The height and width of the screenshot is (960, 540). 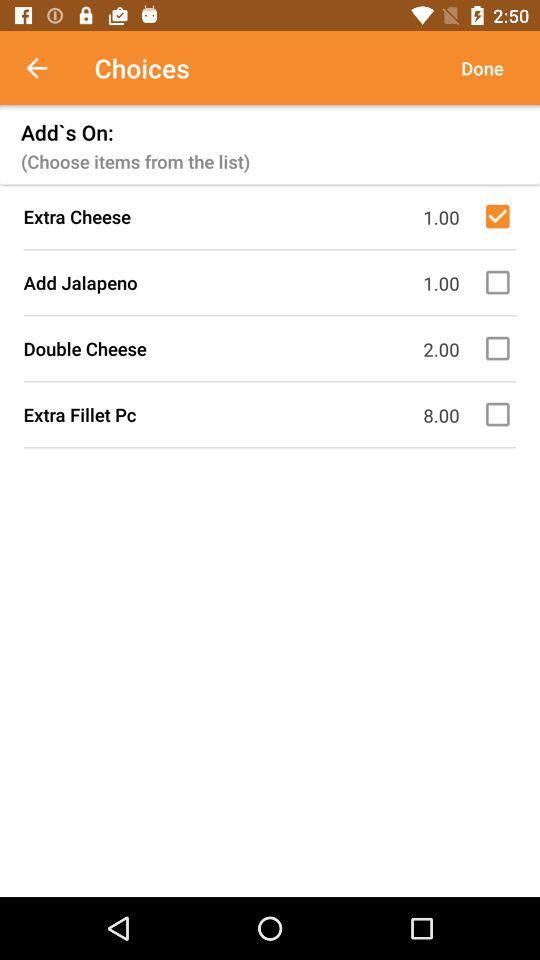 I want to click on food add-on check box, so click(x=500, y=281).